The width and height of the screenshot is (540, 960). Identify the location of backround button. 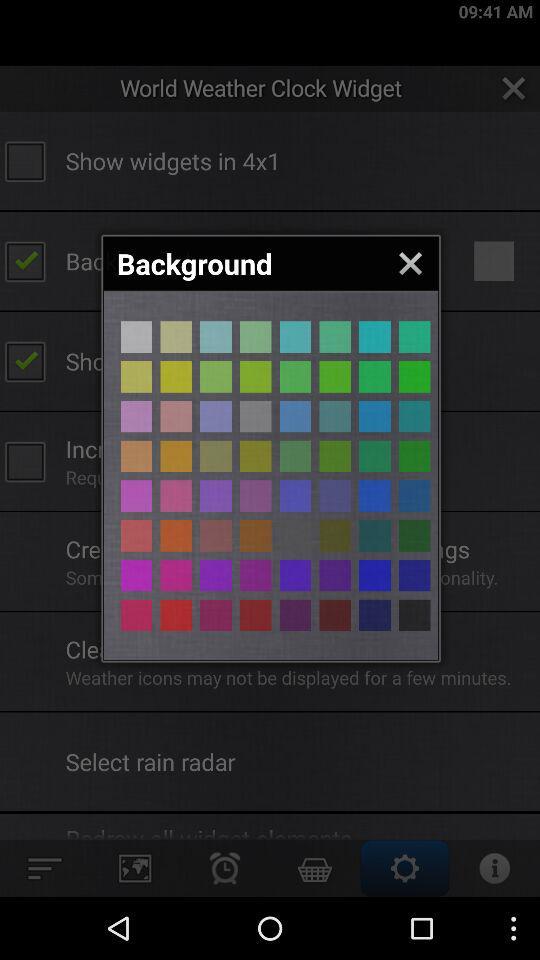
(413, 456).